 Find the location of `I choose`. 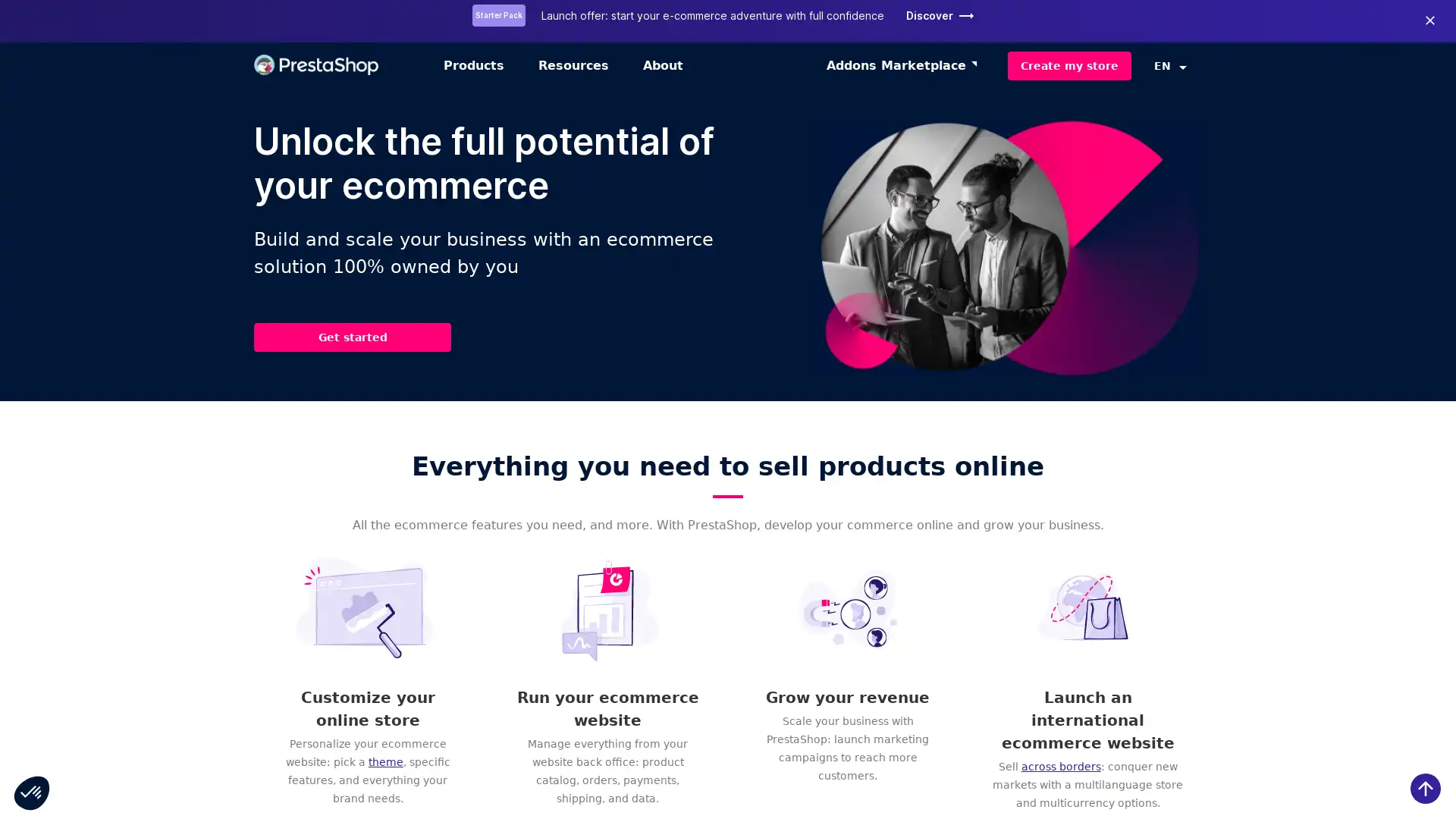

I choose is located at coordinates (174, 742).